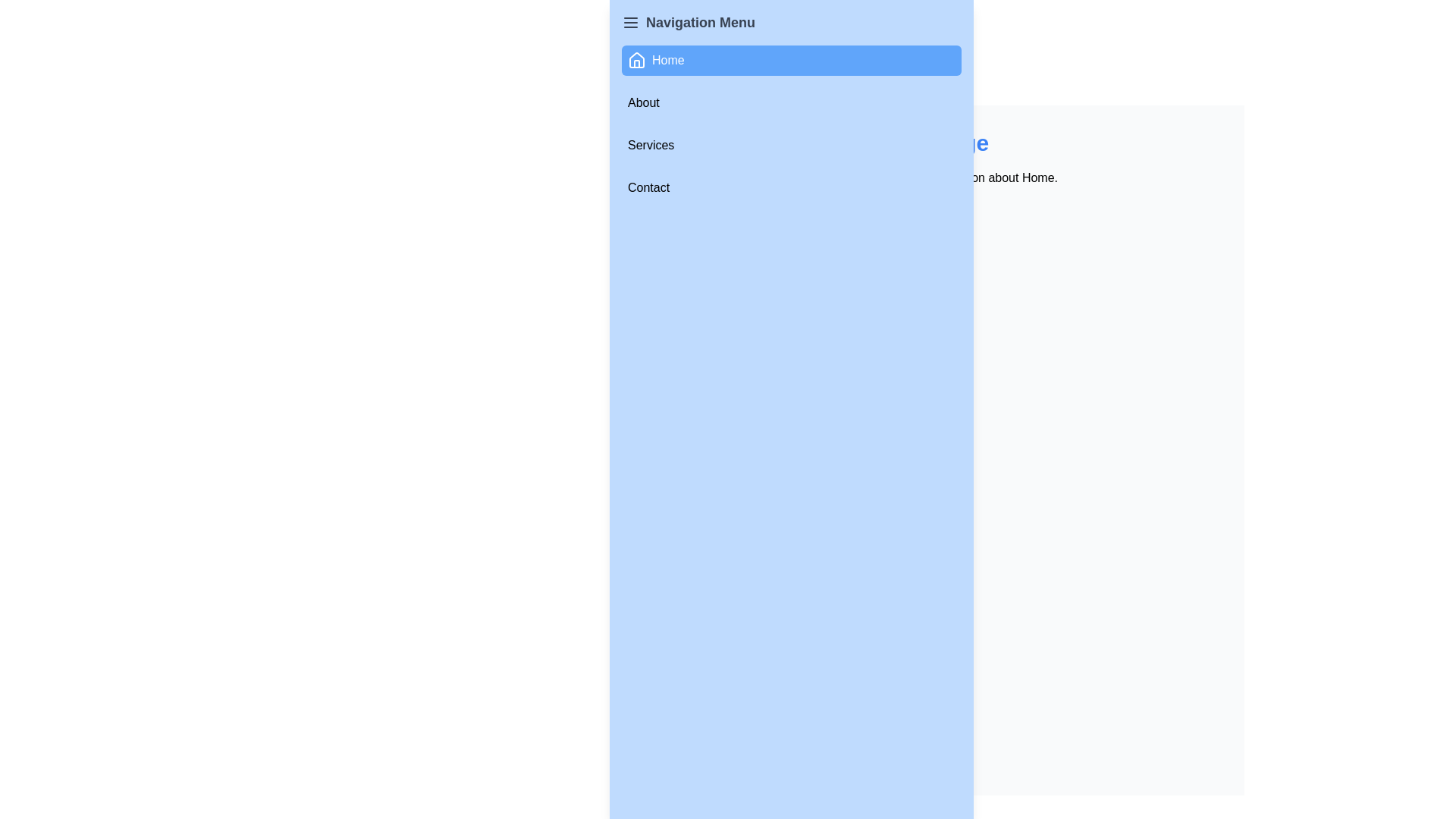 The height and width of the screenshot is (819, 1456). Describe the element at coordinates (790, 146) in the screenshot. I see `the 'Services' navigational link or button located in the third row of the navigation menu, which is centered horizontally and positioned between 'About' and 'Contact'` at that location.